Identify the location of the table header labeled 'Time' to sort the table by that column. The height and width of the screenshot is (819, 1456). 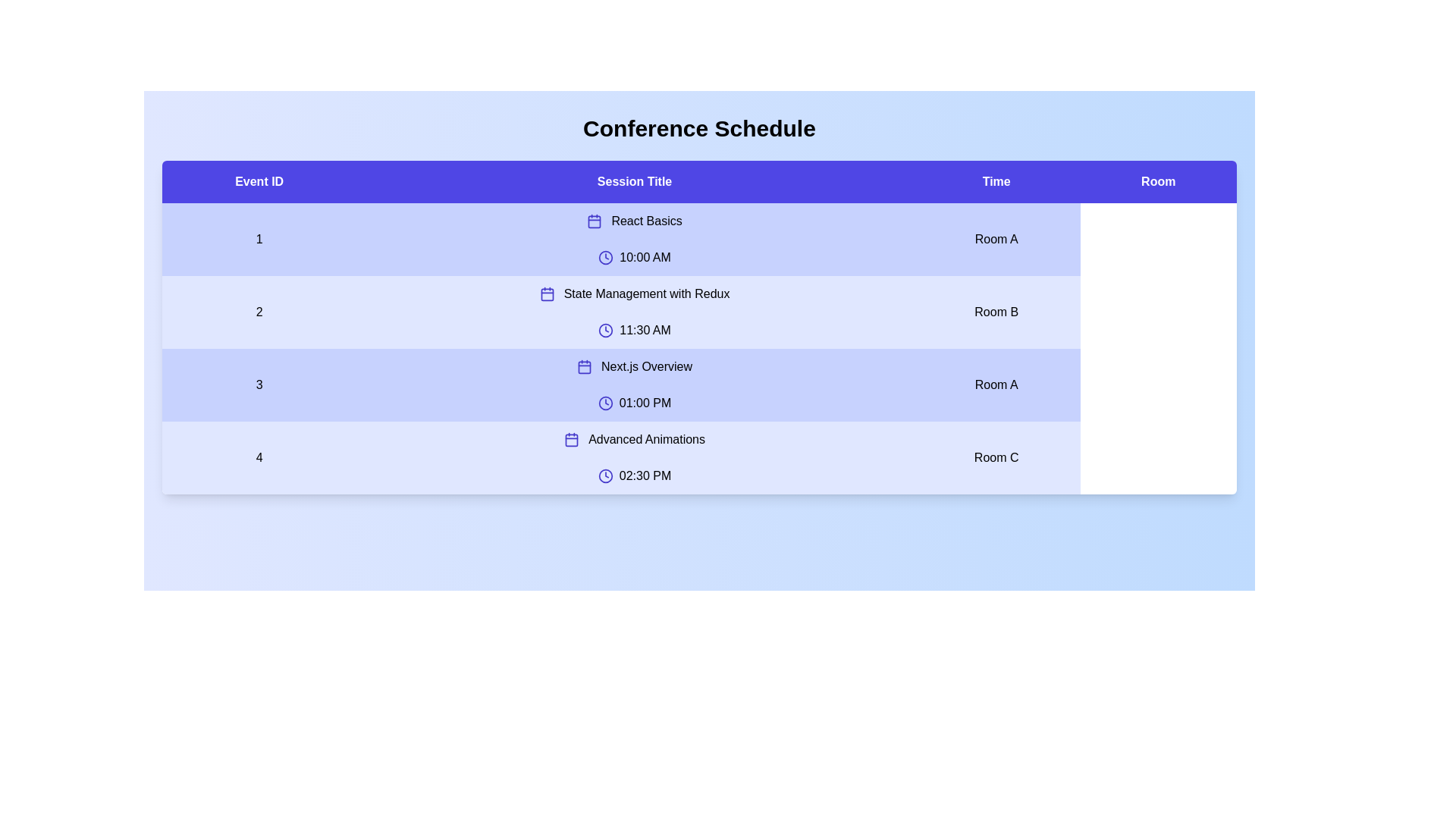
(996, 180).